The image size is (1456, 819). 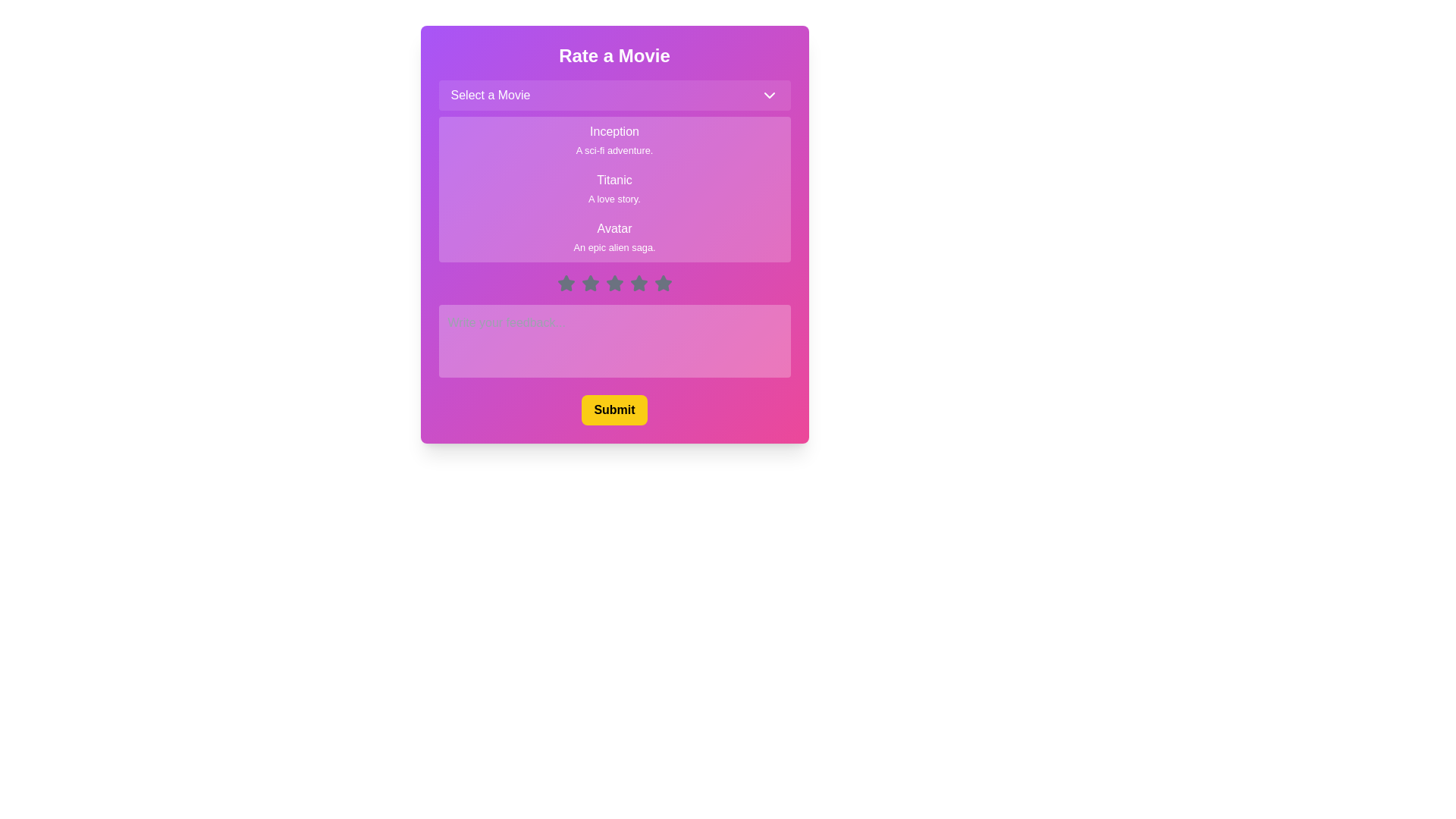 What do you see at coordinates (614, 237) in the screenshot?
I see `the 'Avatar' selectable list item, which is the third option in the movie selection list` at bounding box center [614, 237].